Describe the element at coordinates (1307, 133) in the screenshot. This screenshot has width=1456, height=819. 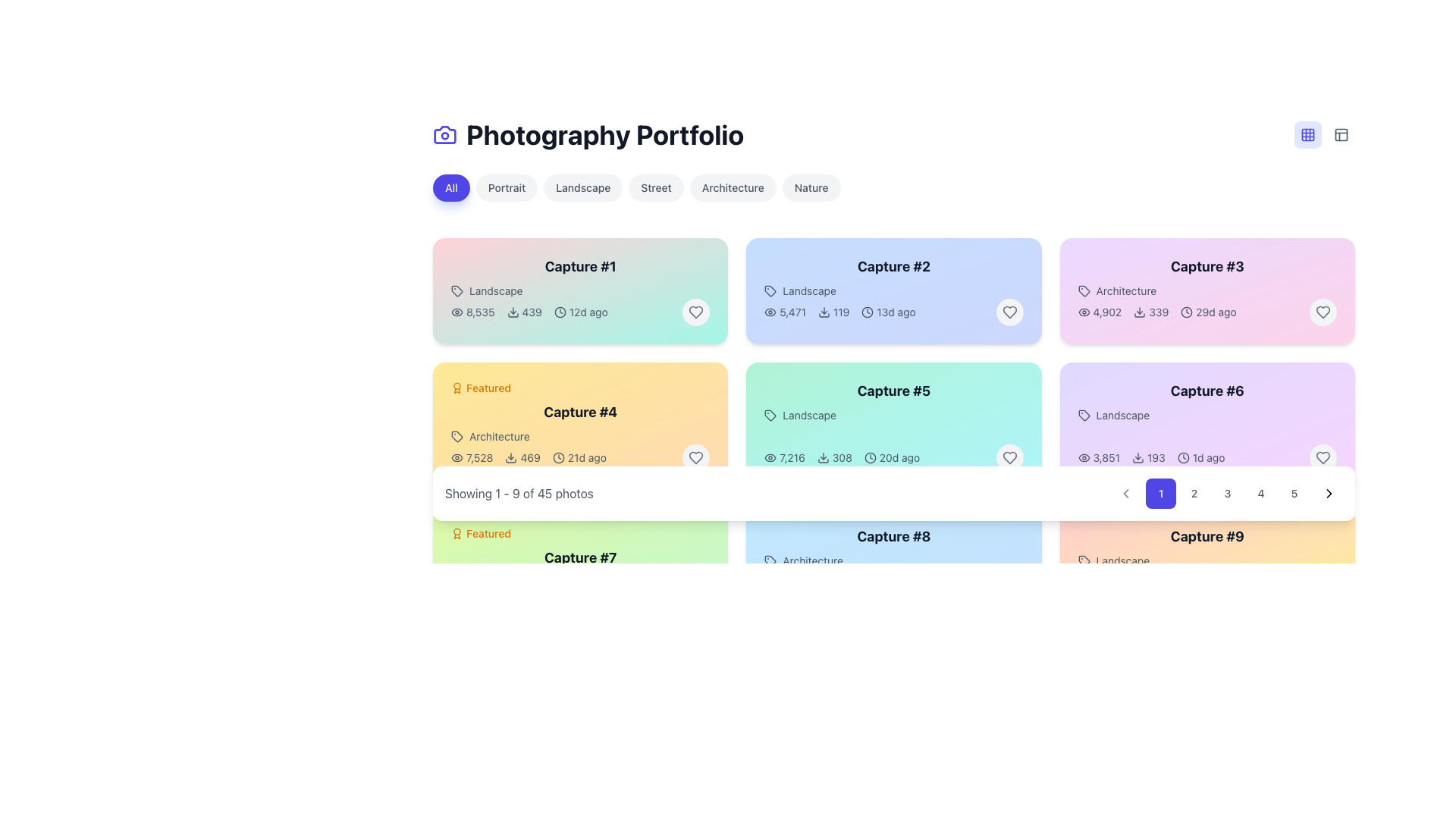
I see `the square button with rounded corners featuring a grid icon at its center to switch to grid view` at that location.